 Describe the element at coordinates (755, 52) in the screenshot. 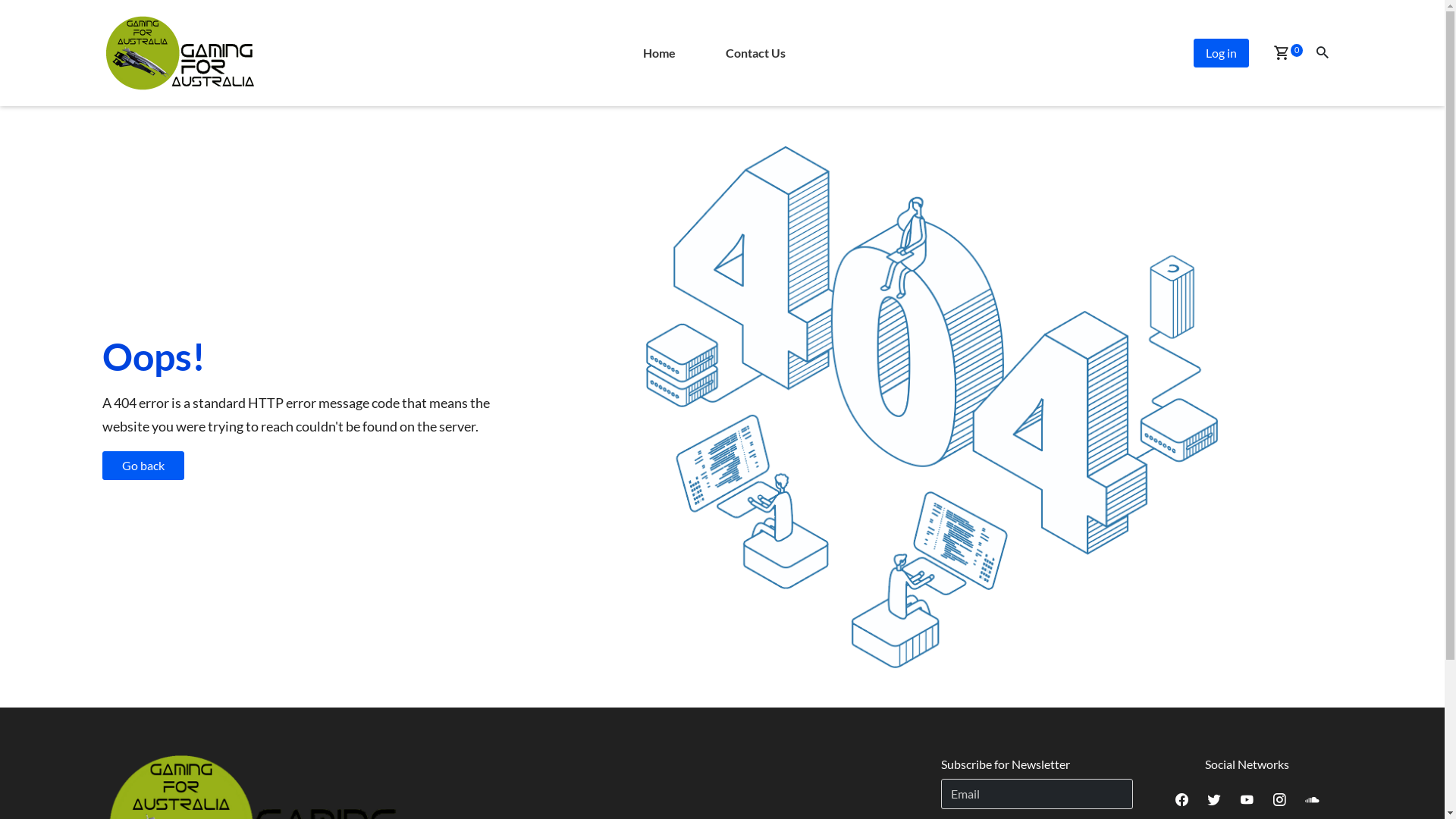

I see `'Contact Us'` at that location.